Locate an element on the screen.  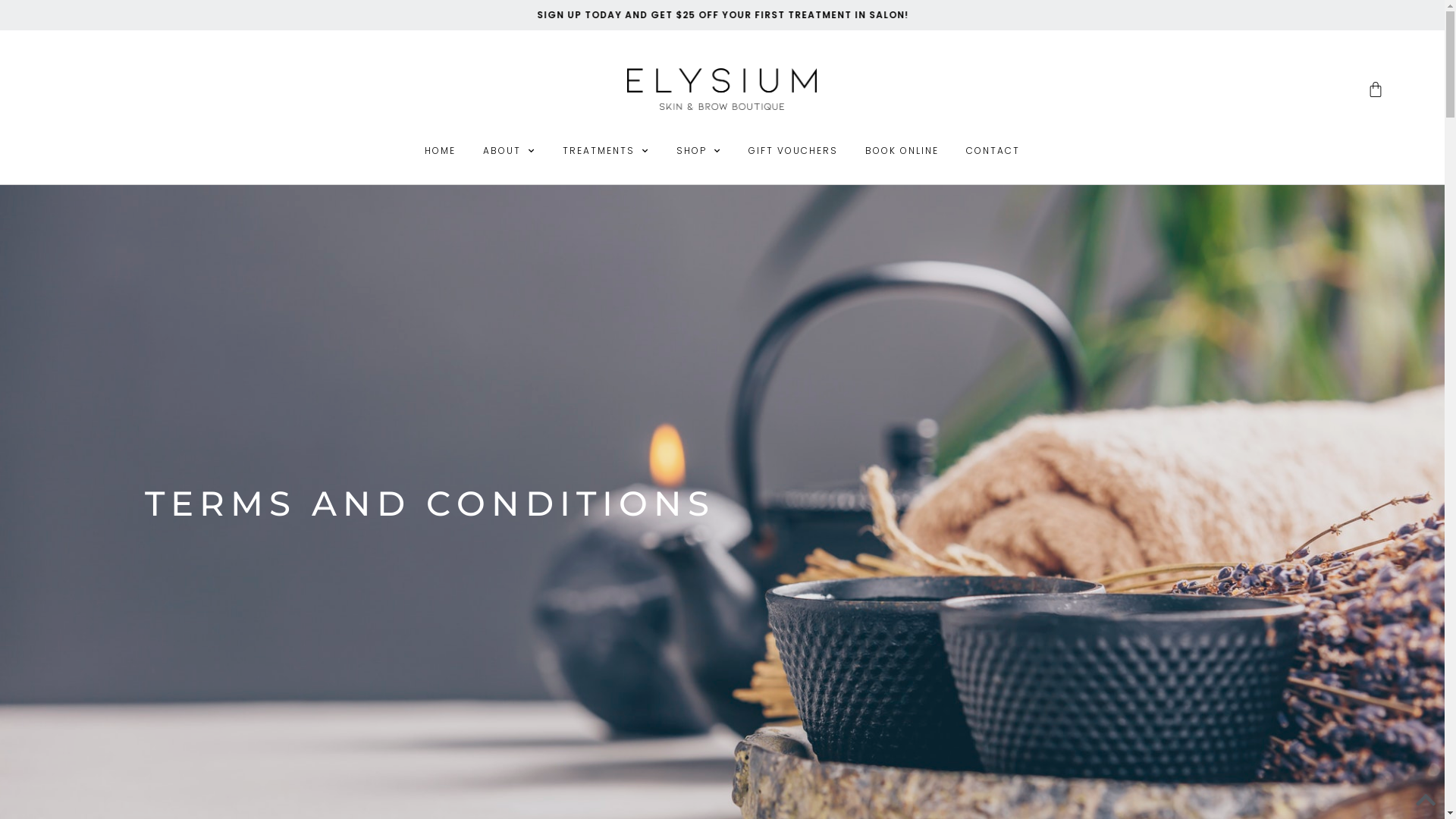
'GIFT VOUCHERS' is located at coordinates (792, 151).